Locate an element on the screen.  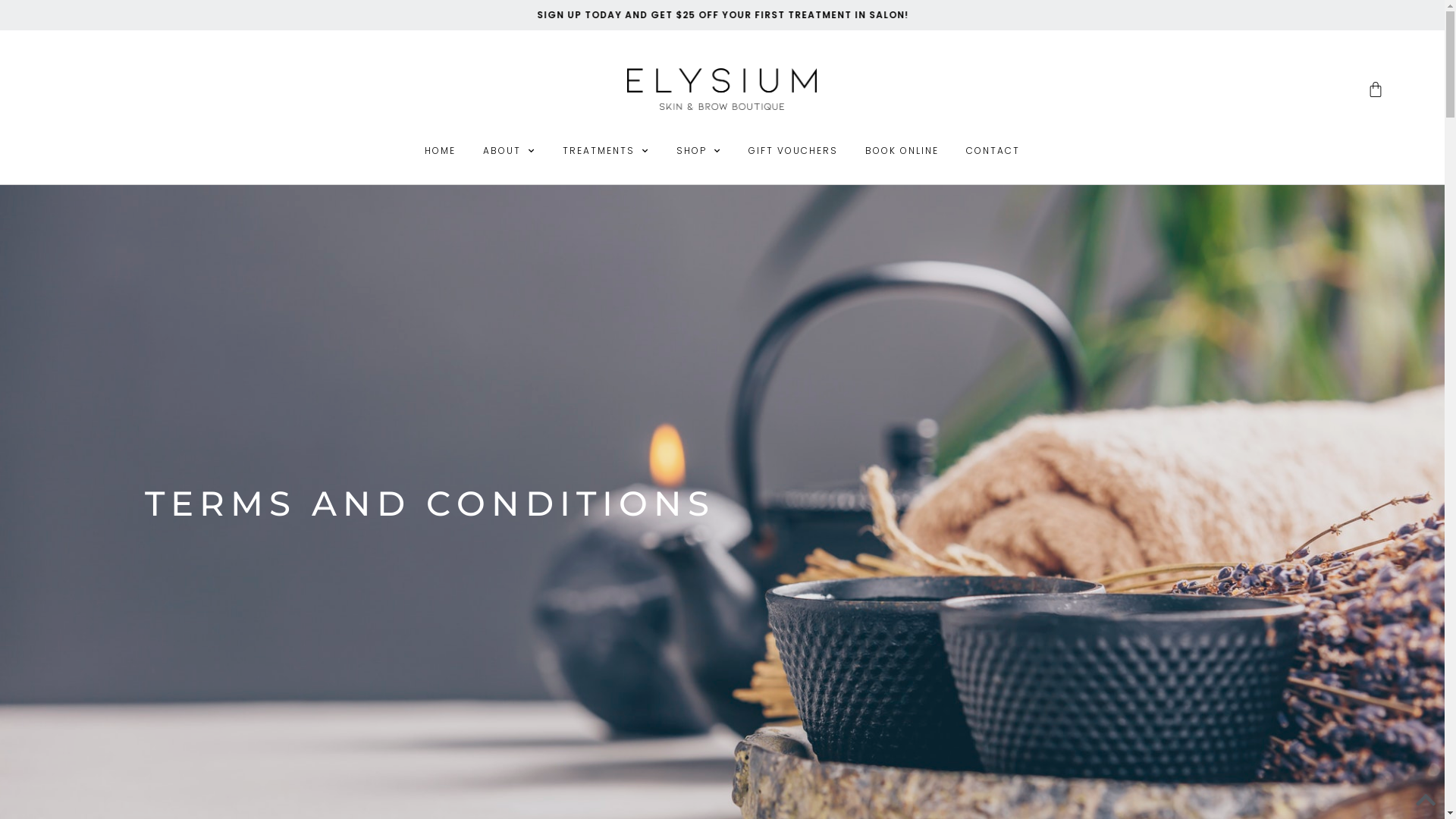
'GIFT VOUCHERS' is located at coordinates (792, 151).